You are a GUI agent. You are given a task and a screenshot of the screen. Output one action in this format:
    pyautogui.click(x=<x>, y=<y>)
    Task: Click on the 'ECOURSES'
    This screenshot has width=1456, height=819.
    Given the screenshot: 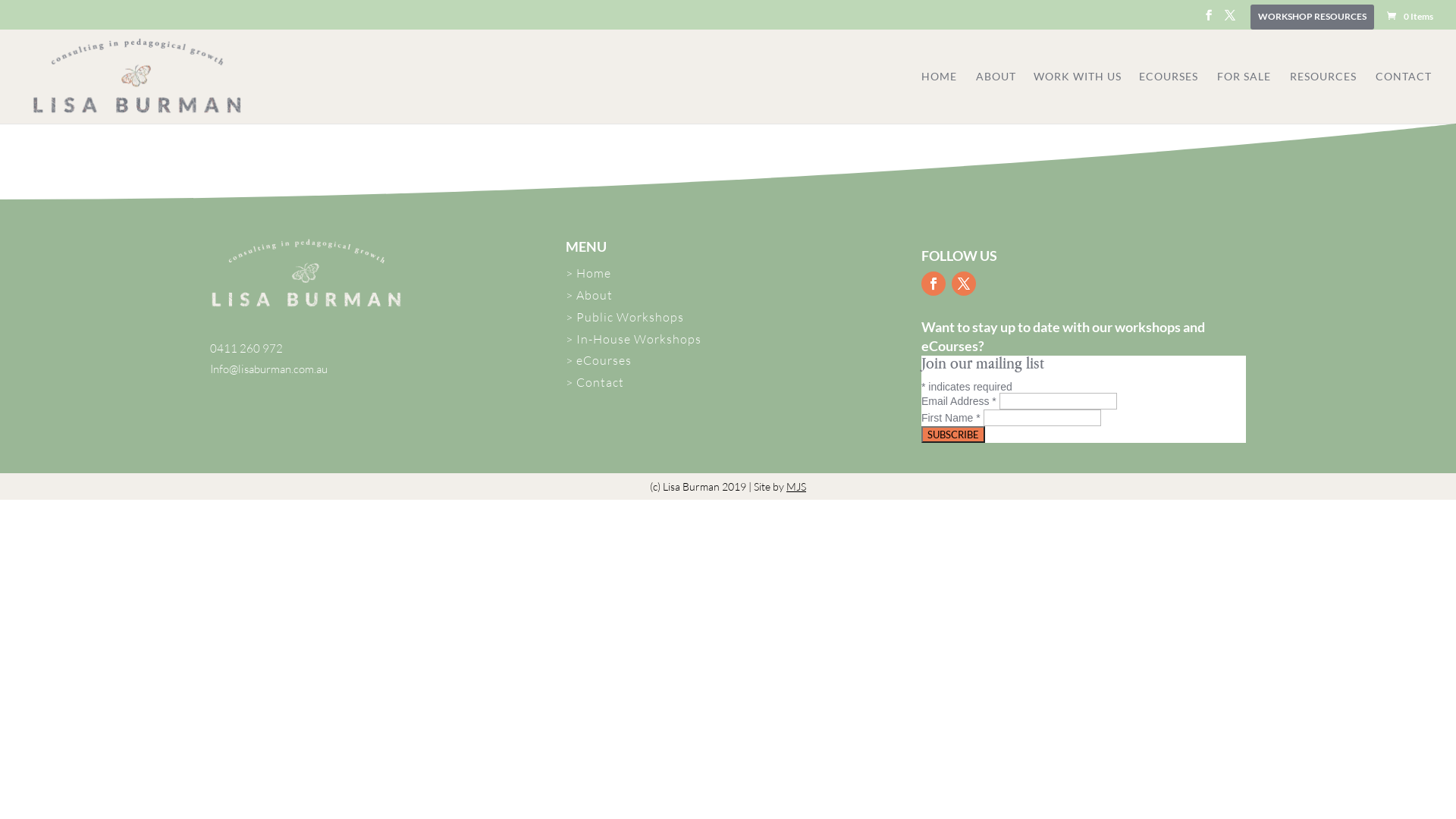 What is the action you would take?
    pyautogui.click(x=1167, y=97)
    